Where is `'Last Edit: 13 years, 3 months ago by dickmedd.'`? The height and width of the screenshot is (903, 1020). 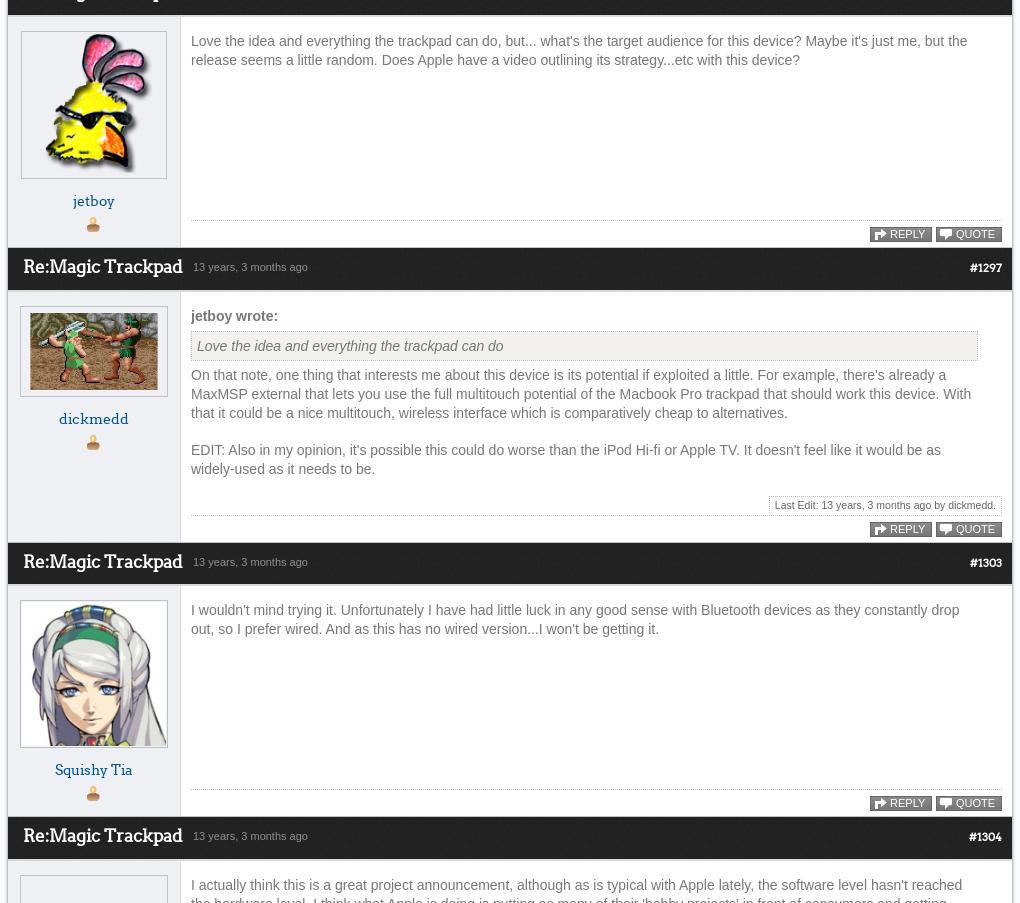 'Last Edit: 13 years, 3 months ago by dickmedd.' is located at coordinates (883, 503).